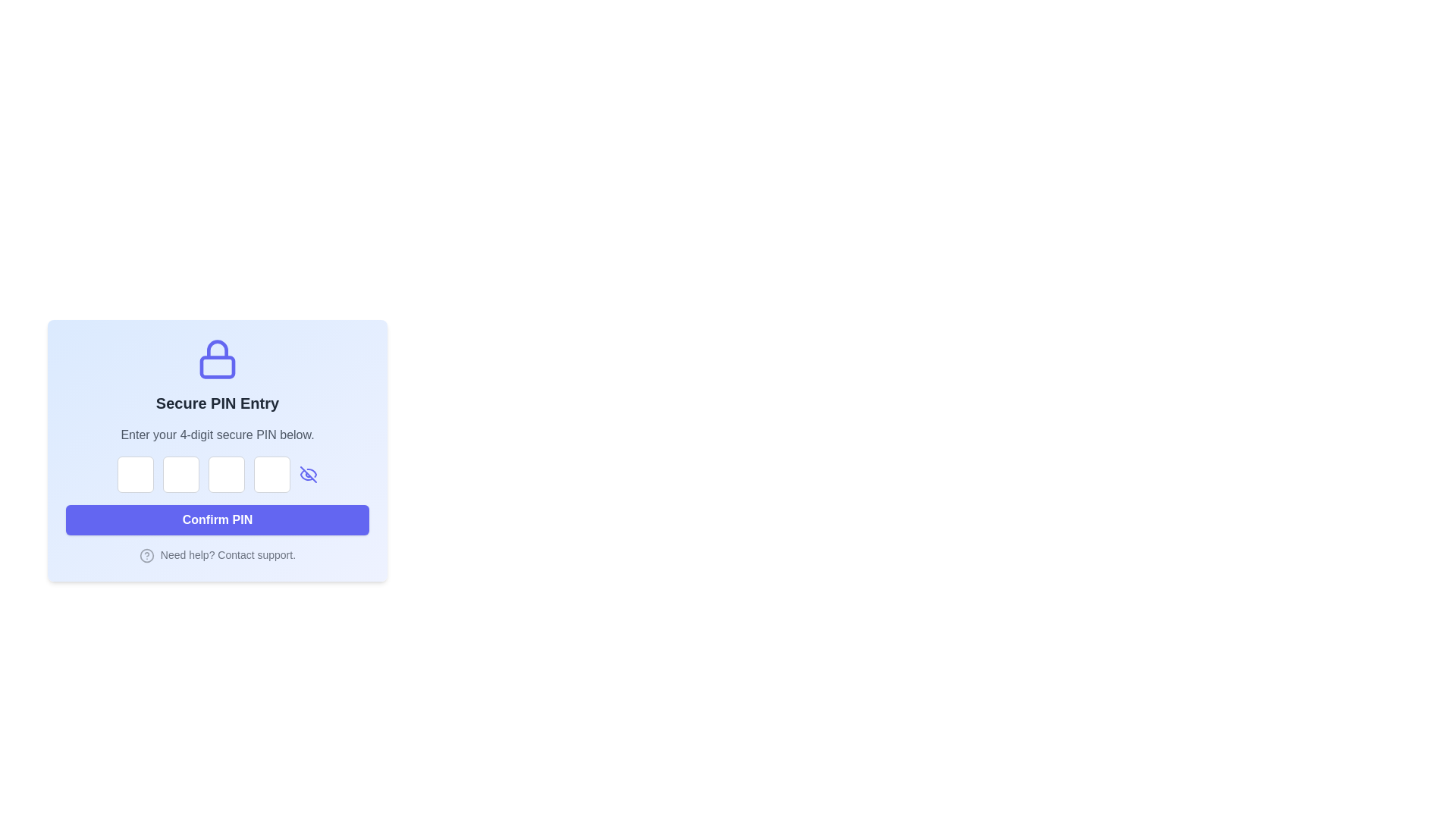  What do you see at coordinates (217, 519) in the screenshot?
I see `the 'Confirm PIN' button, which is a rectangular button with rounded corners, a vibrant indigo background, and bold white text, located centrally within the secure PIN entry card` at bounding box center [217, 519].